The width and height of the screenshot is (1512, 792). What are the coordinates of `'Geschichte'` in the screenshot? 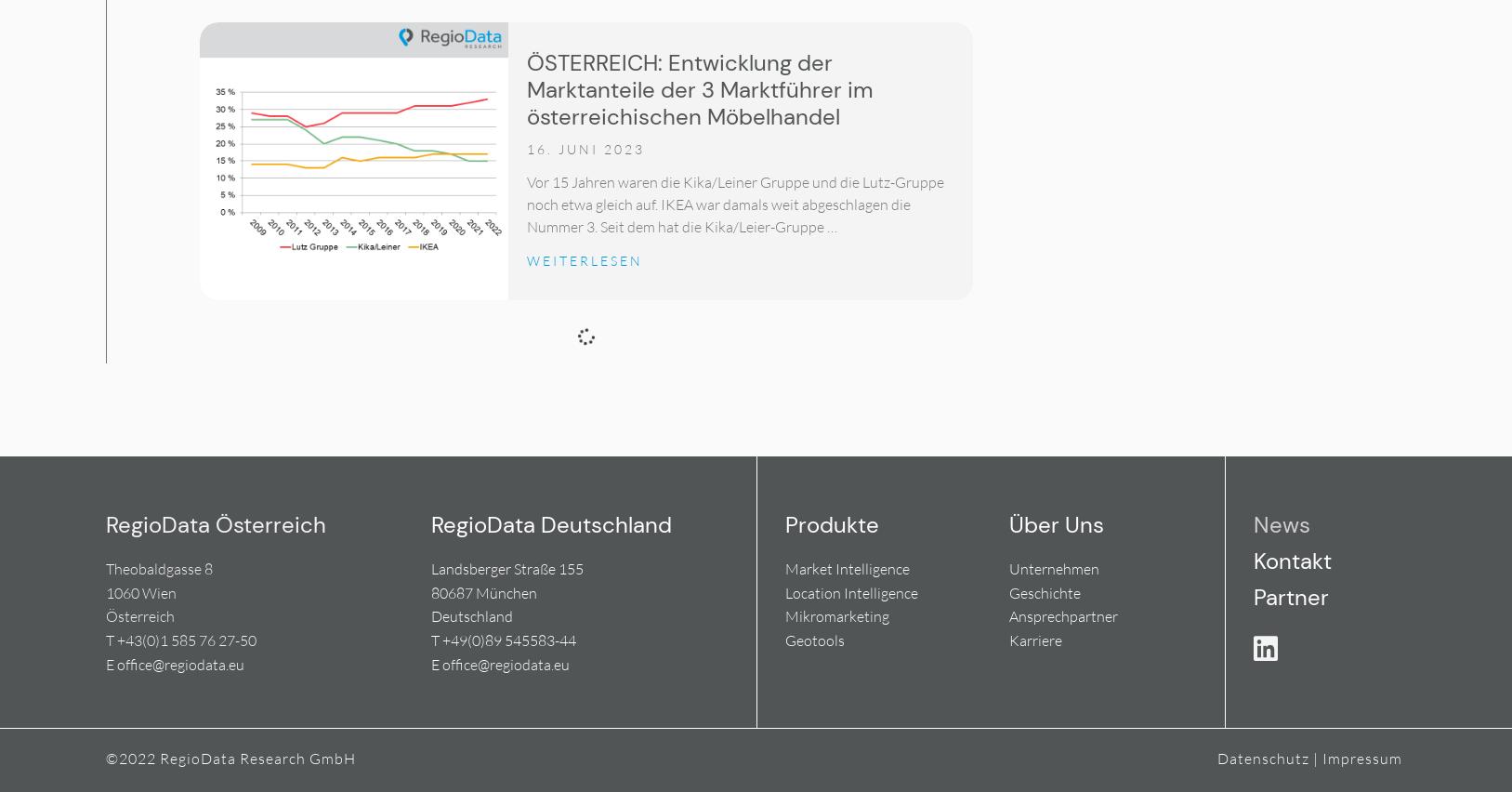 It's located at (1043, 592).